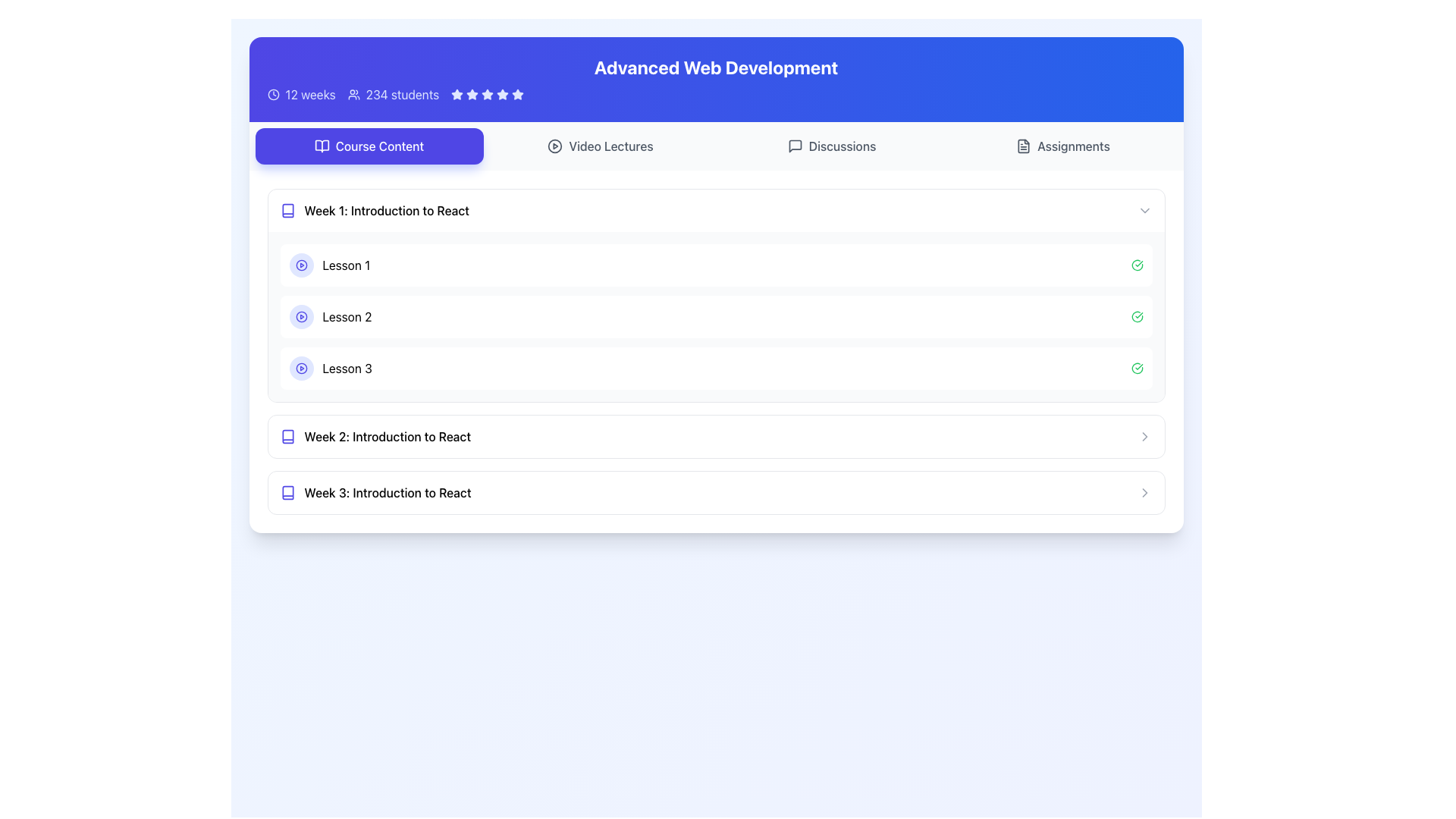  What do you see at coordinates (715, 315) in the screenshot?
I see `the second list item representing 'Lesson 2'` at bounding box center [715, 315].